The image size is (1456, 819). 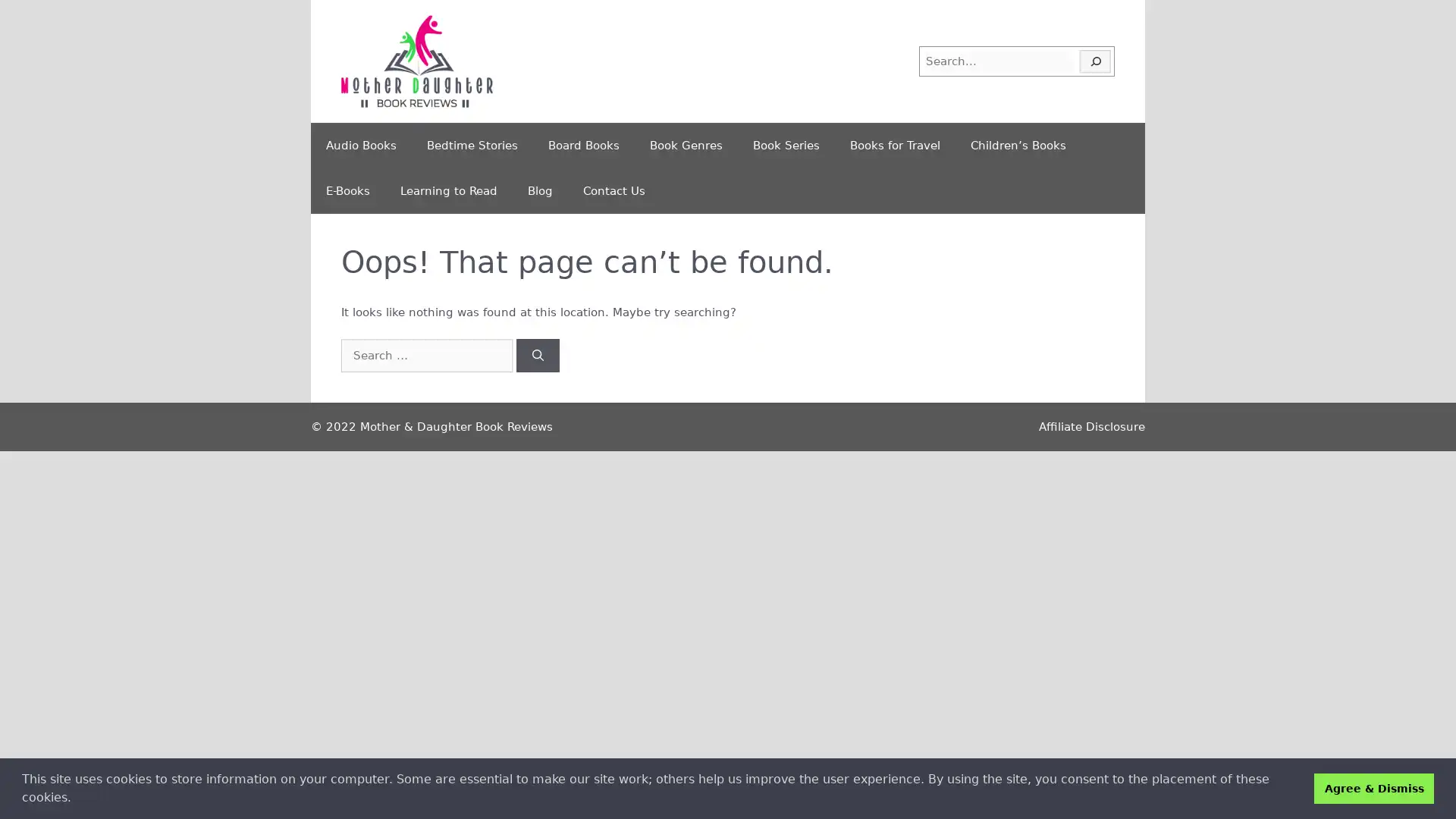 What do you see at coordinates (538, 355) in the screenshot?
I see `Search` at bounding box center [538, 355].